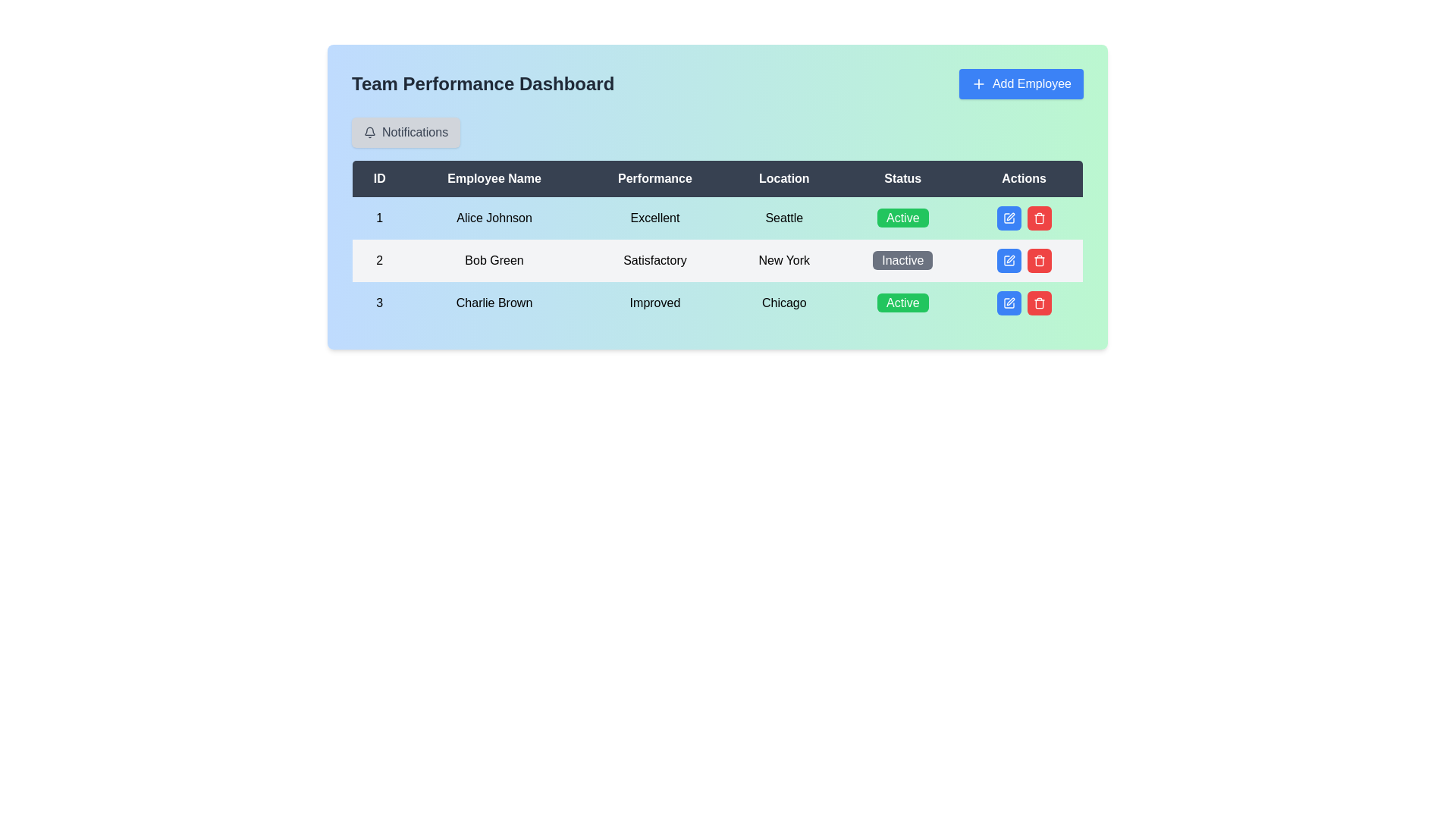 The image size is (1456, 819). What do you see at coordinates (1009, 303) in the screenshot?
I see `the blue rectangular button with rounded edges that features a pen icon, located in the 'Actions' column of the third row` at bounding box center [1009, 303].